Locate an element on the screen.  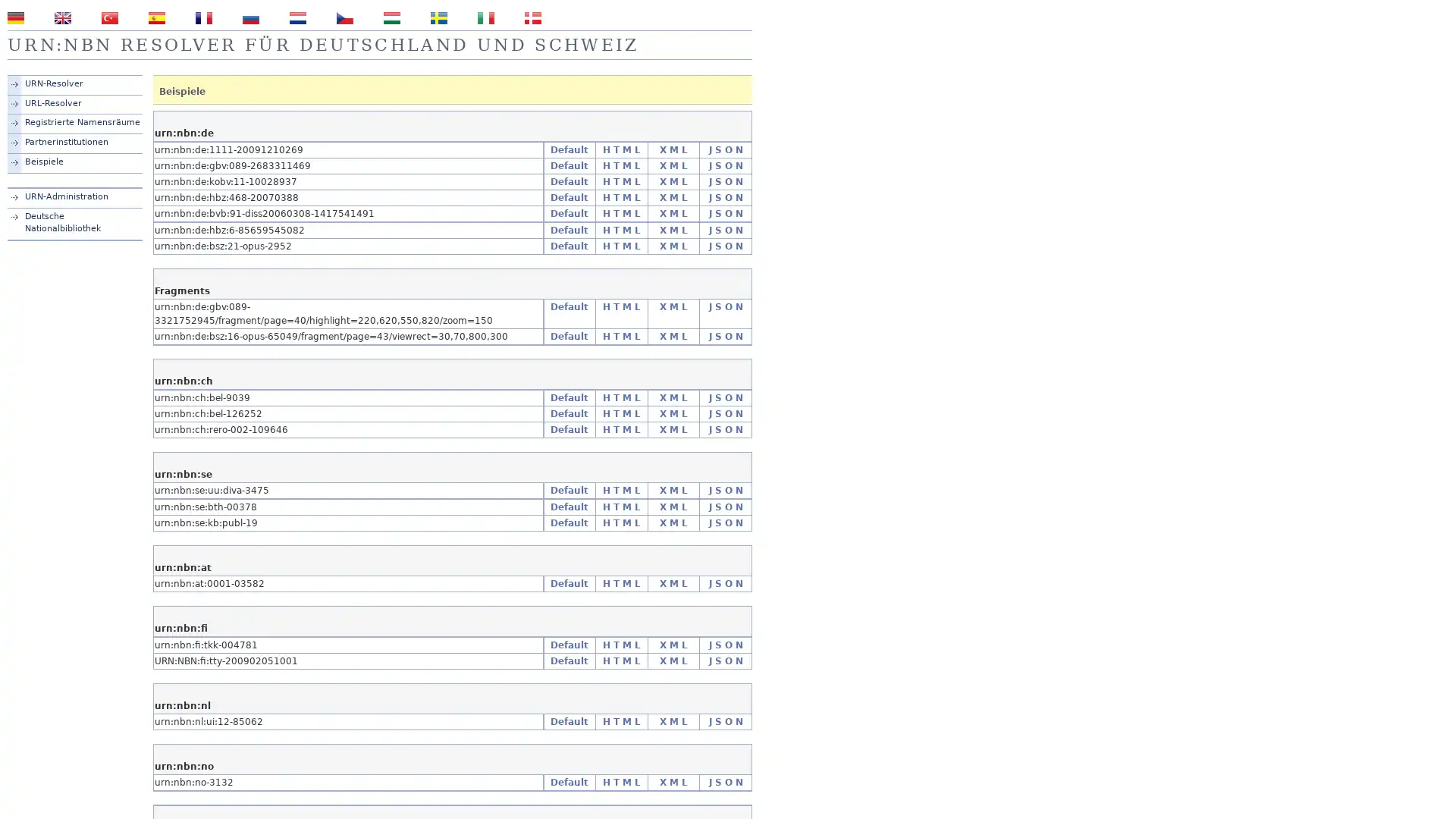
cz is located at coordinates (344, 17).